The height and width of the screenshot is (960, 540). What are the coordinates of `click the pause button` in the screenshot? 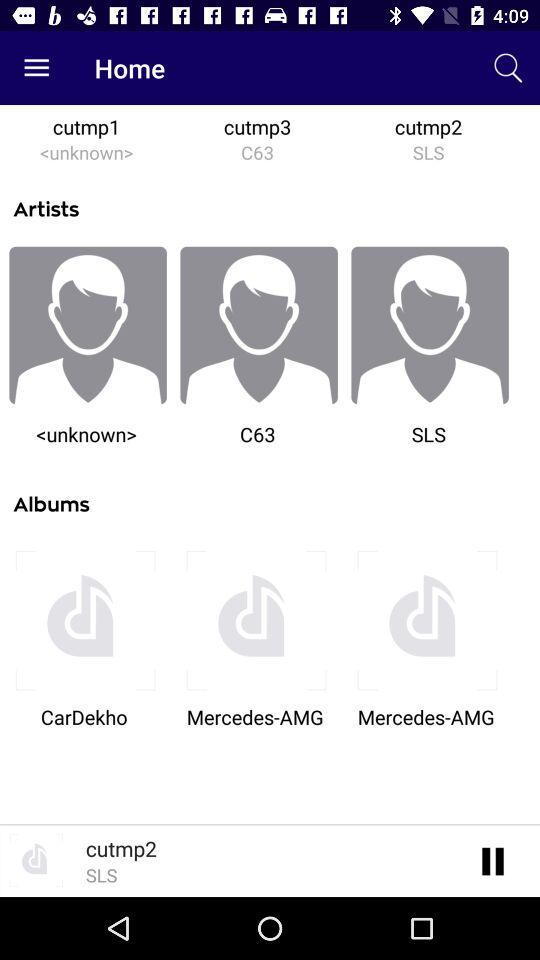 It's located at (492, 859).